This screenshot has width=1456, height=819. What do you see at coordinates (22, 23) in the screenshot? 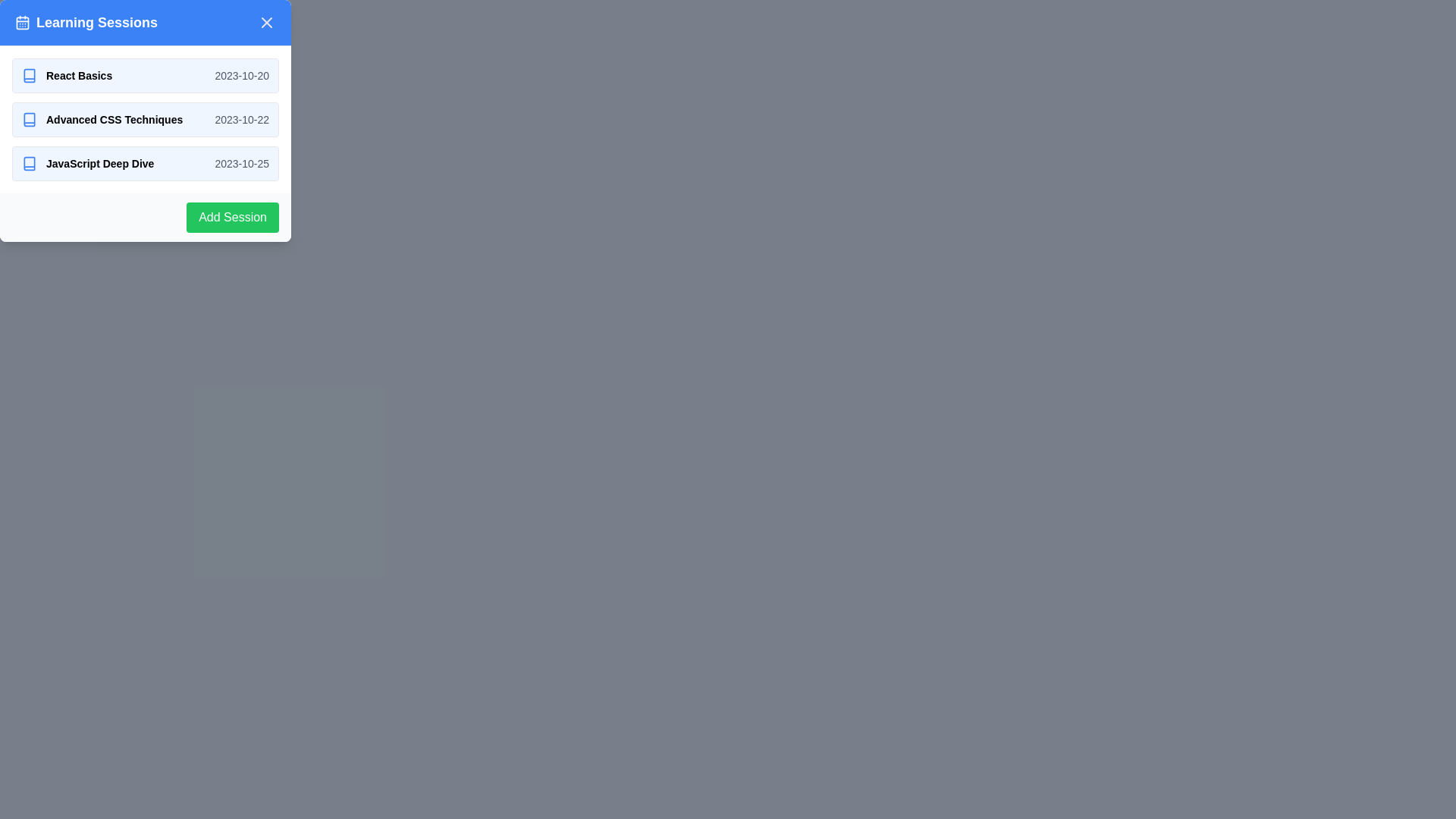
I see `the date cell graphical UI element located within the calendar icon` at bounding box center [22, 23].